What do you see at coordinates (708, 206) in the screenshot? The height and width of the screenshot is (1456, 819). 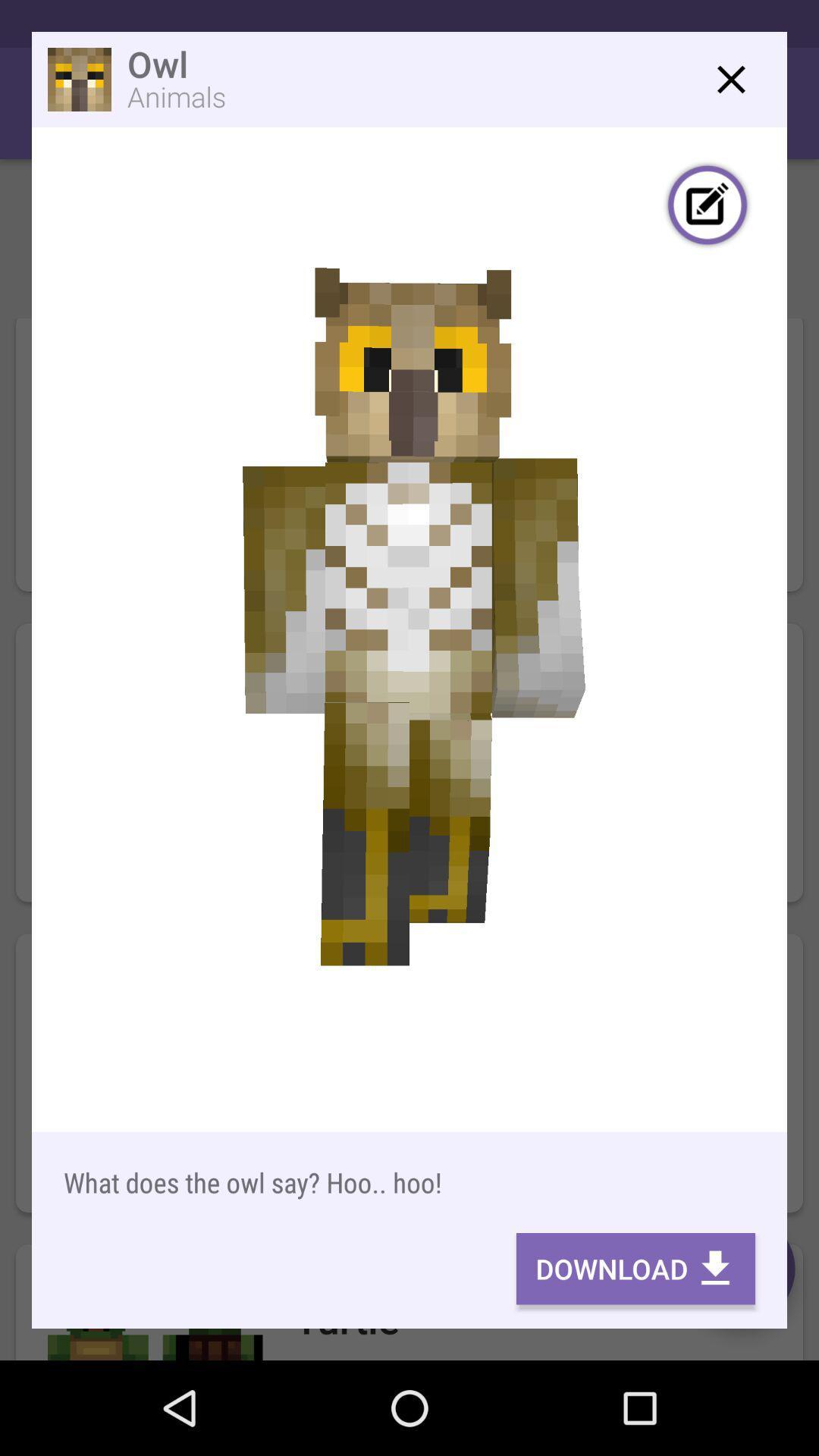 I see `the edit icon` at bounding box center [708, 206].